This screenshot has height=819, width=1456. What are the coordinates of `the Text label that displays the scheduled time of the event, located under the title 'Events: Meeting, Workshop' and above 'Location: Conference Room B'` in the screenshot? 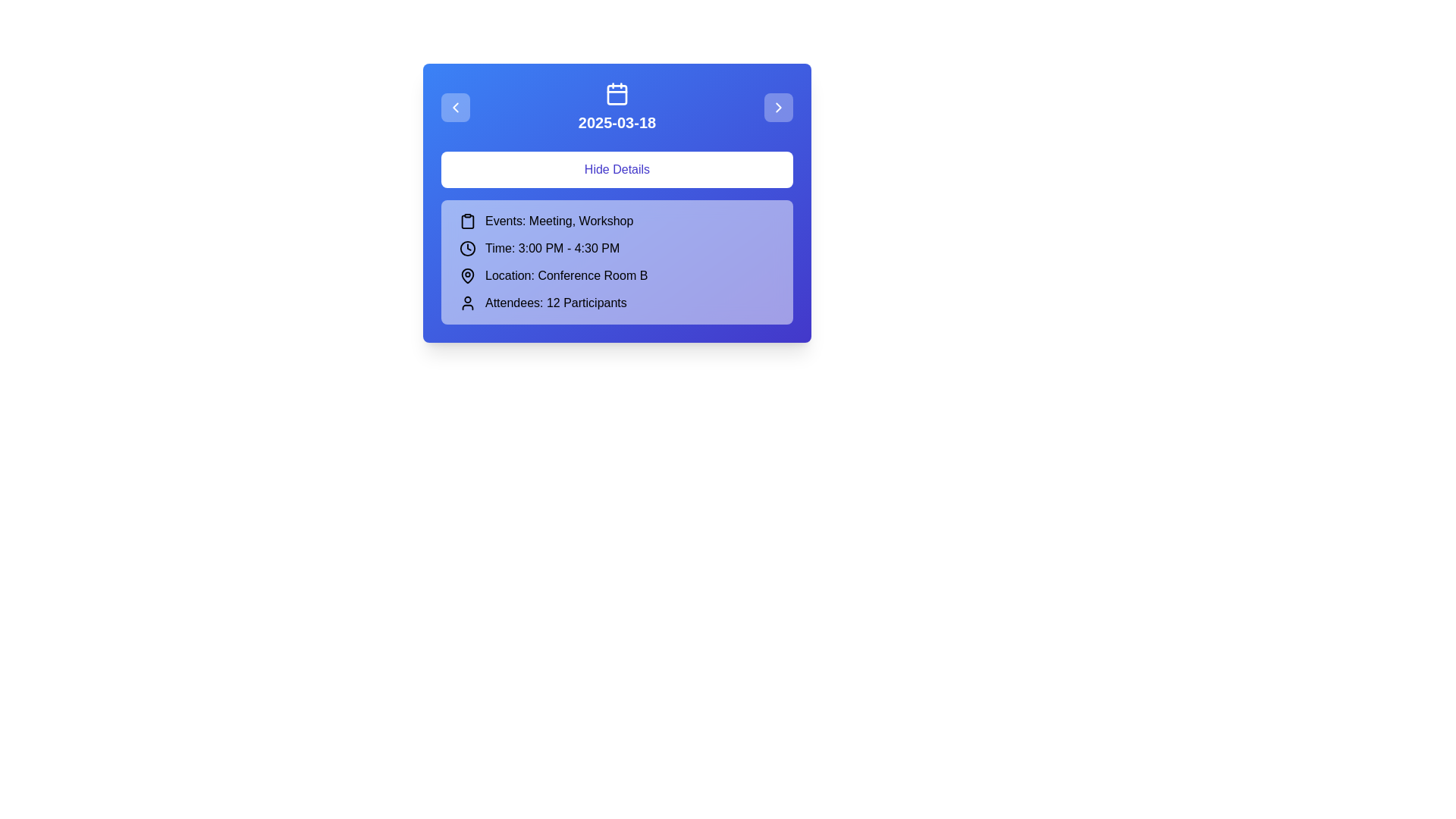 It's located at (551, 247).